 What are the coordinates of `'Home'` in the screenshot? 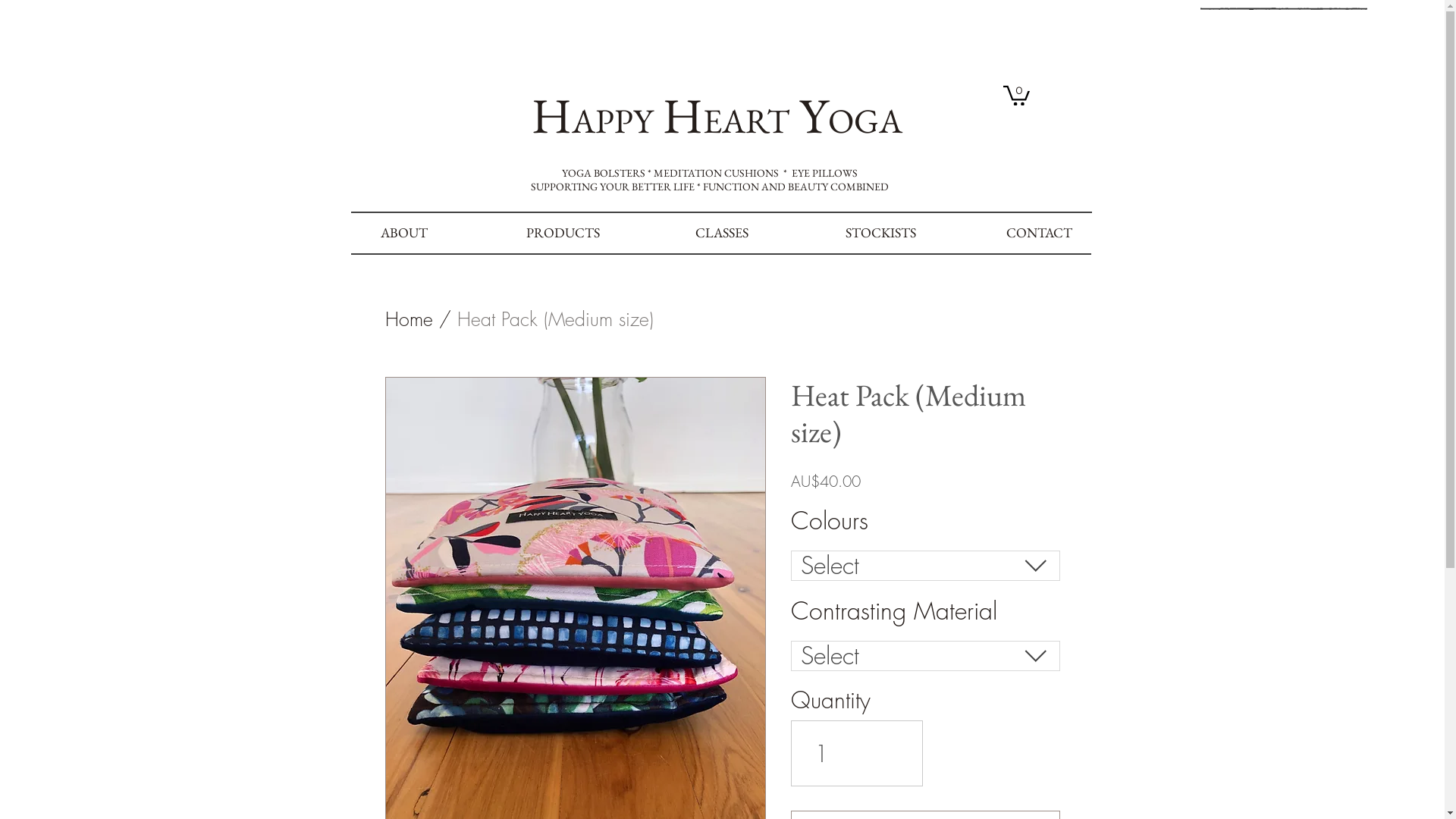 It's located at (409, 318).